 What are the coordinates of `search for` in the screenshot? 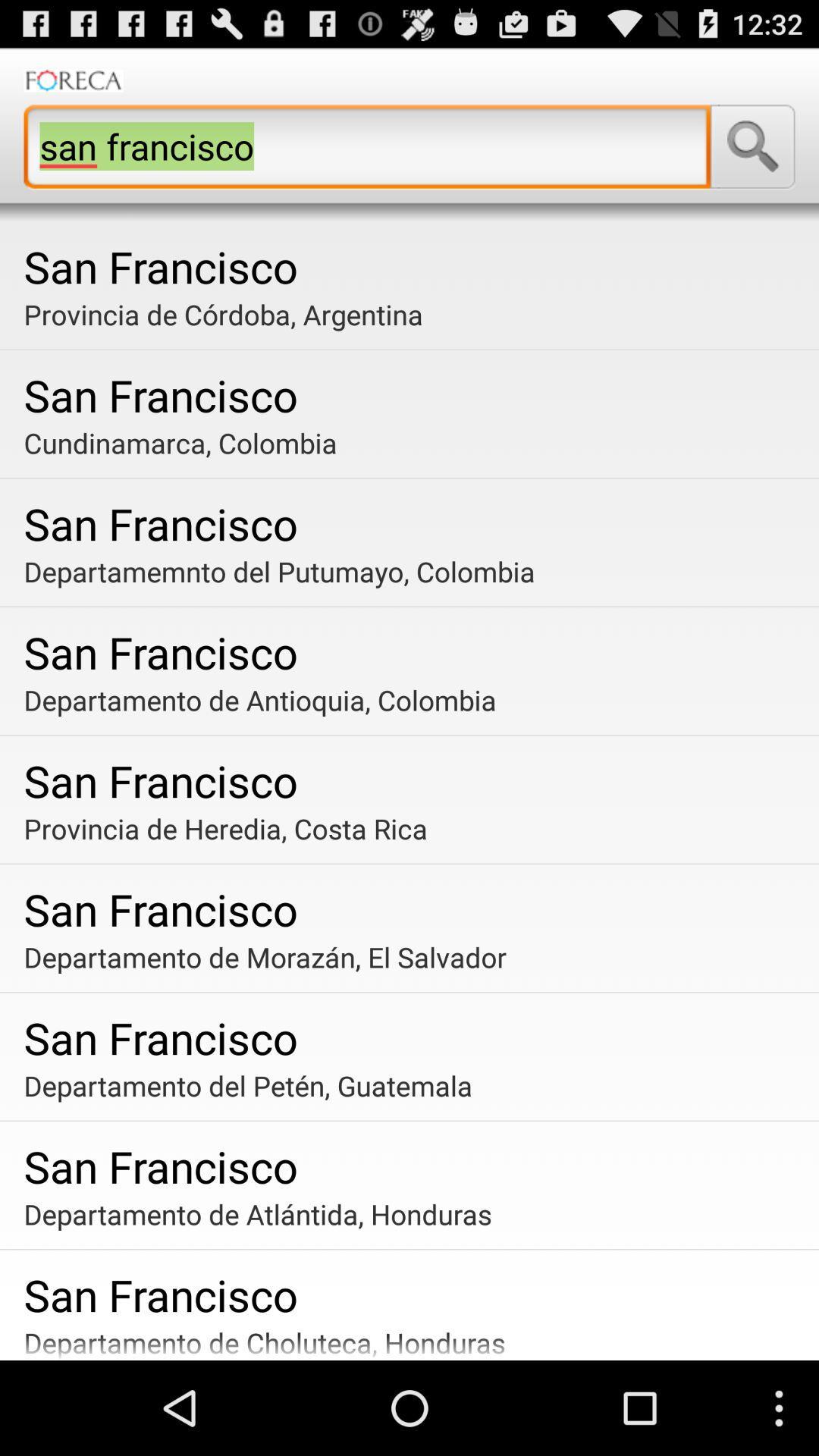 It's located at (752, 146).